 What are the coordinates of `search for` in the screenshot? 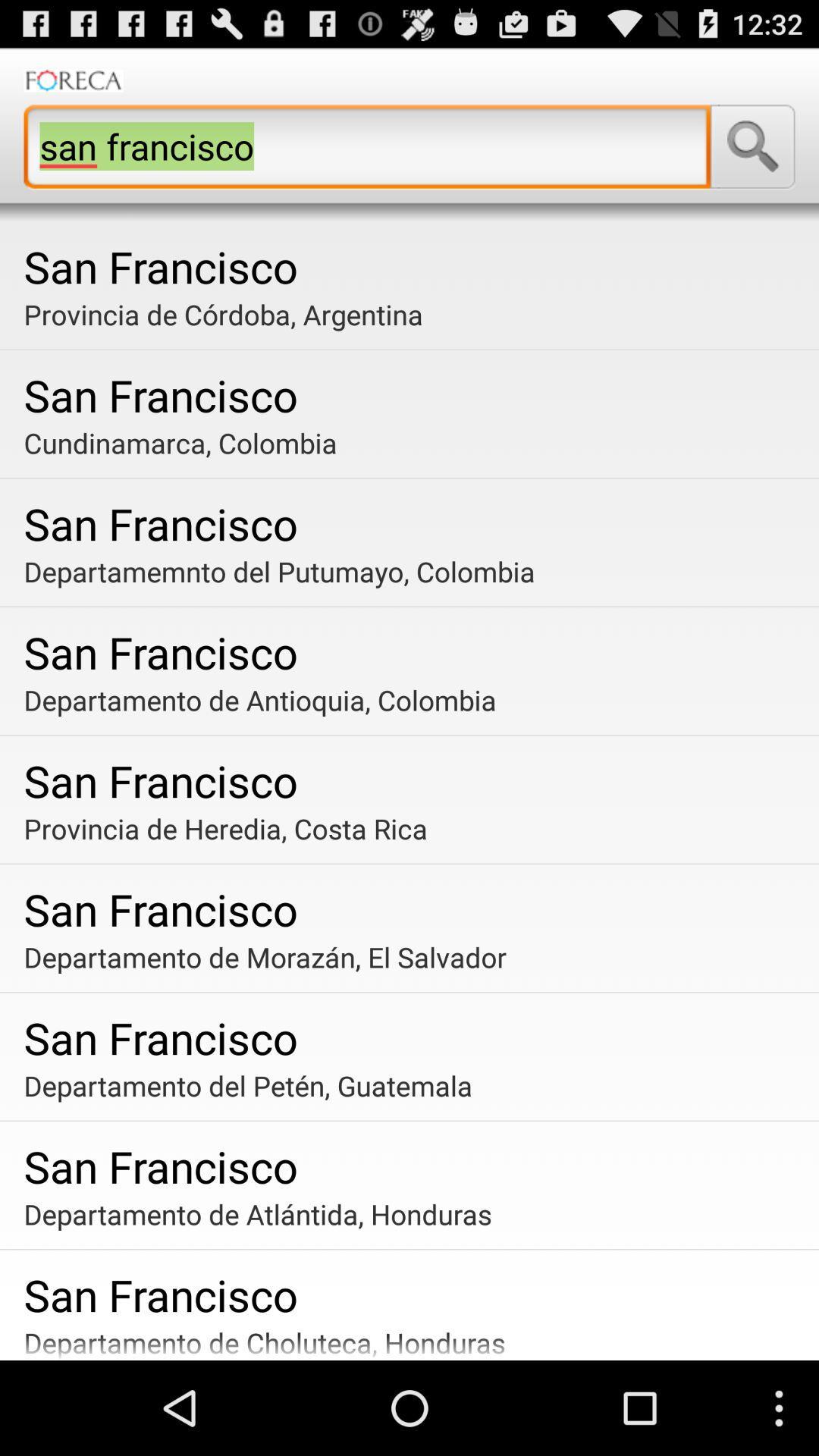 It's located at (752, 146).